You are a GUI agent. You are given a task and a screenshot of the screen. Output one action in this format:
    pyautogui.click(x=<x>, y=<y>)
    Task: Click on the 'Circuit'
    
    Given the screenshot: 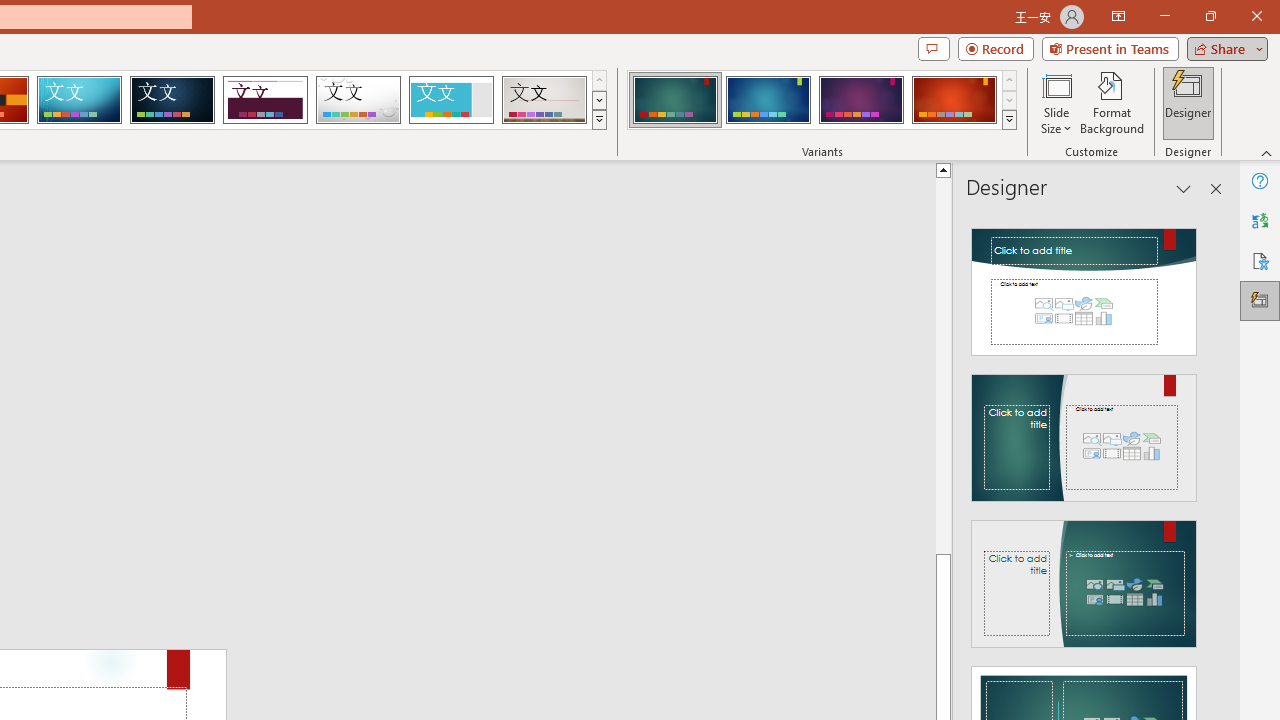 What is the action you would take?
    pyautogui.click(x=79, y=100)
    